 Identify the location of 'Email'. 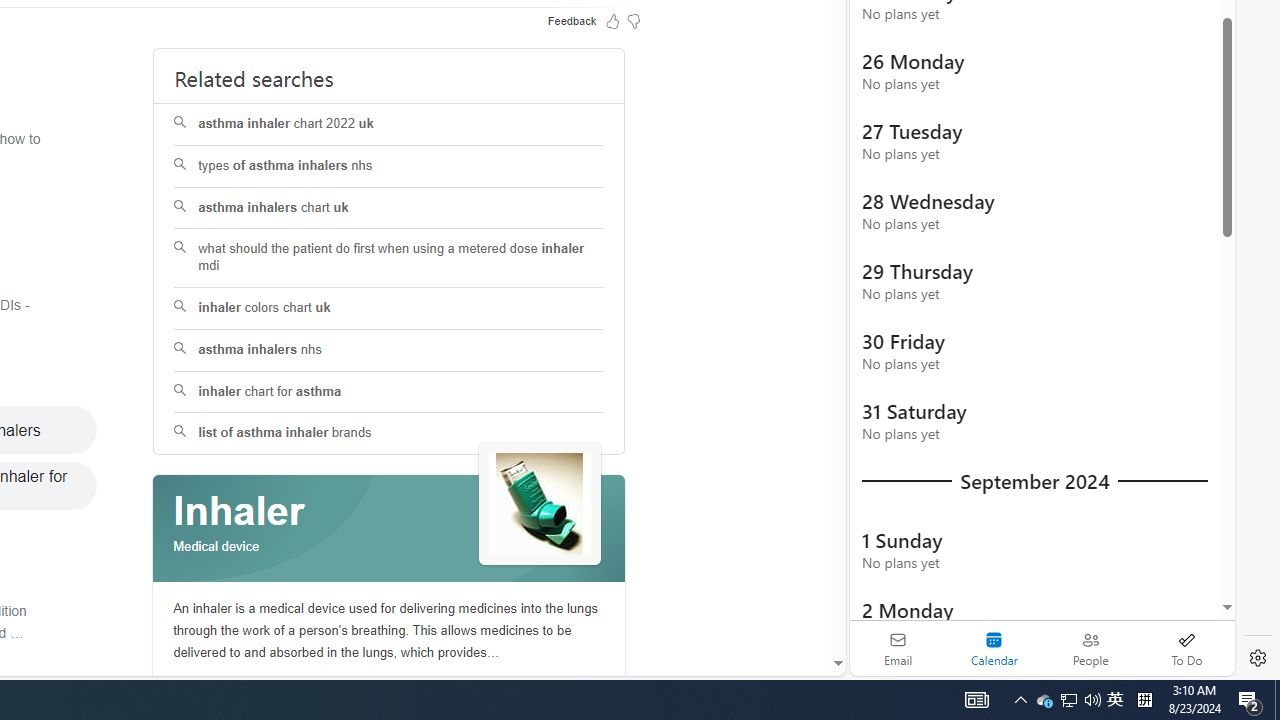
(897, 648).